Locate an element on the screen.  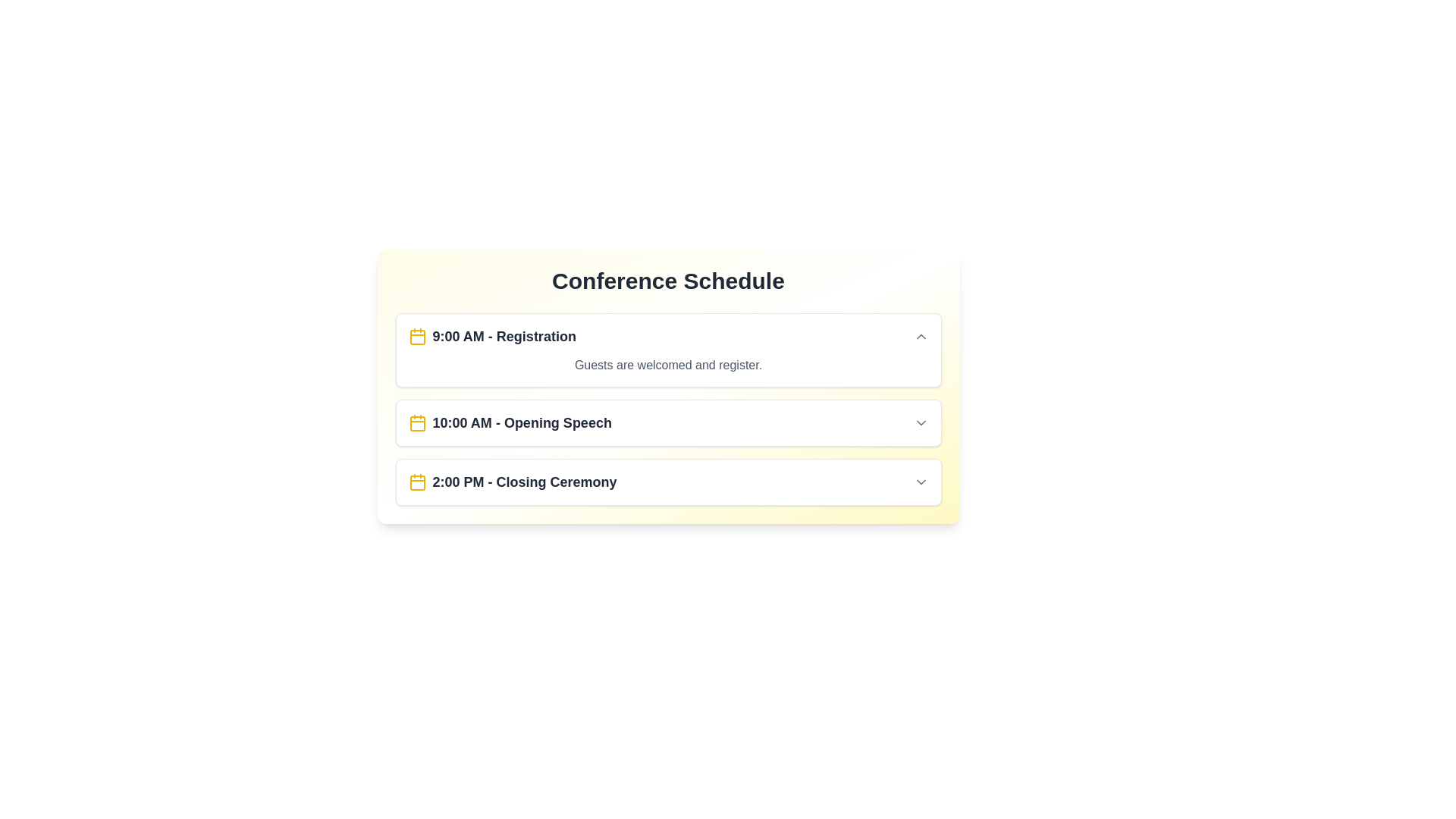
the interactive control button for collapsing or expanding the '9:00 AM - Registration' section in the schedule interface is located at coordinates (920, 335).